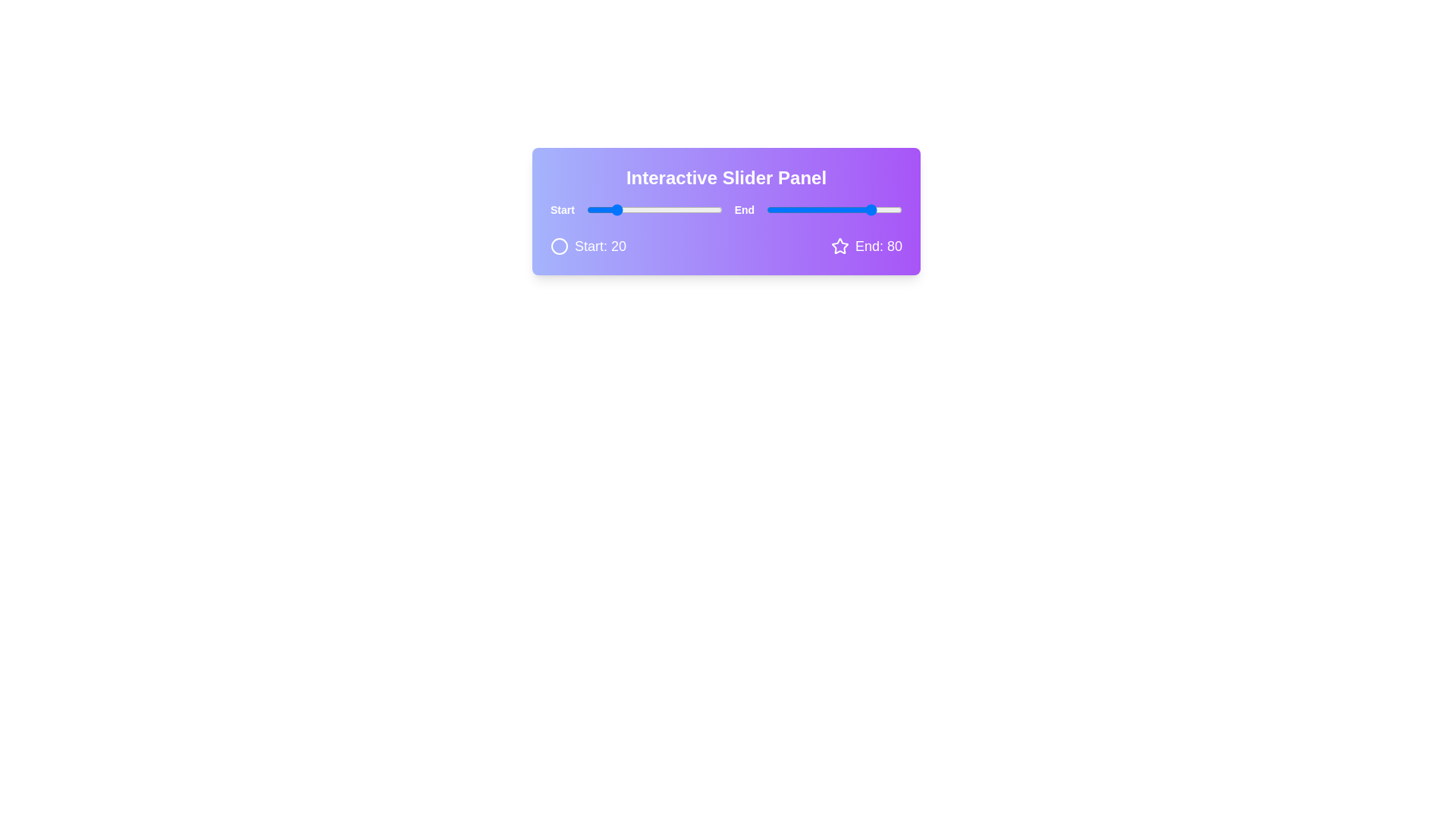  Describe the element at coordinates (559, 245) in the screenshot. I see `the circular icon outlined in a bold stroke, located next to the text 'Start: 20' in the slider interface` at that location.